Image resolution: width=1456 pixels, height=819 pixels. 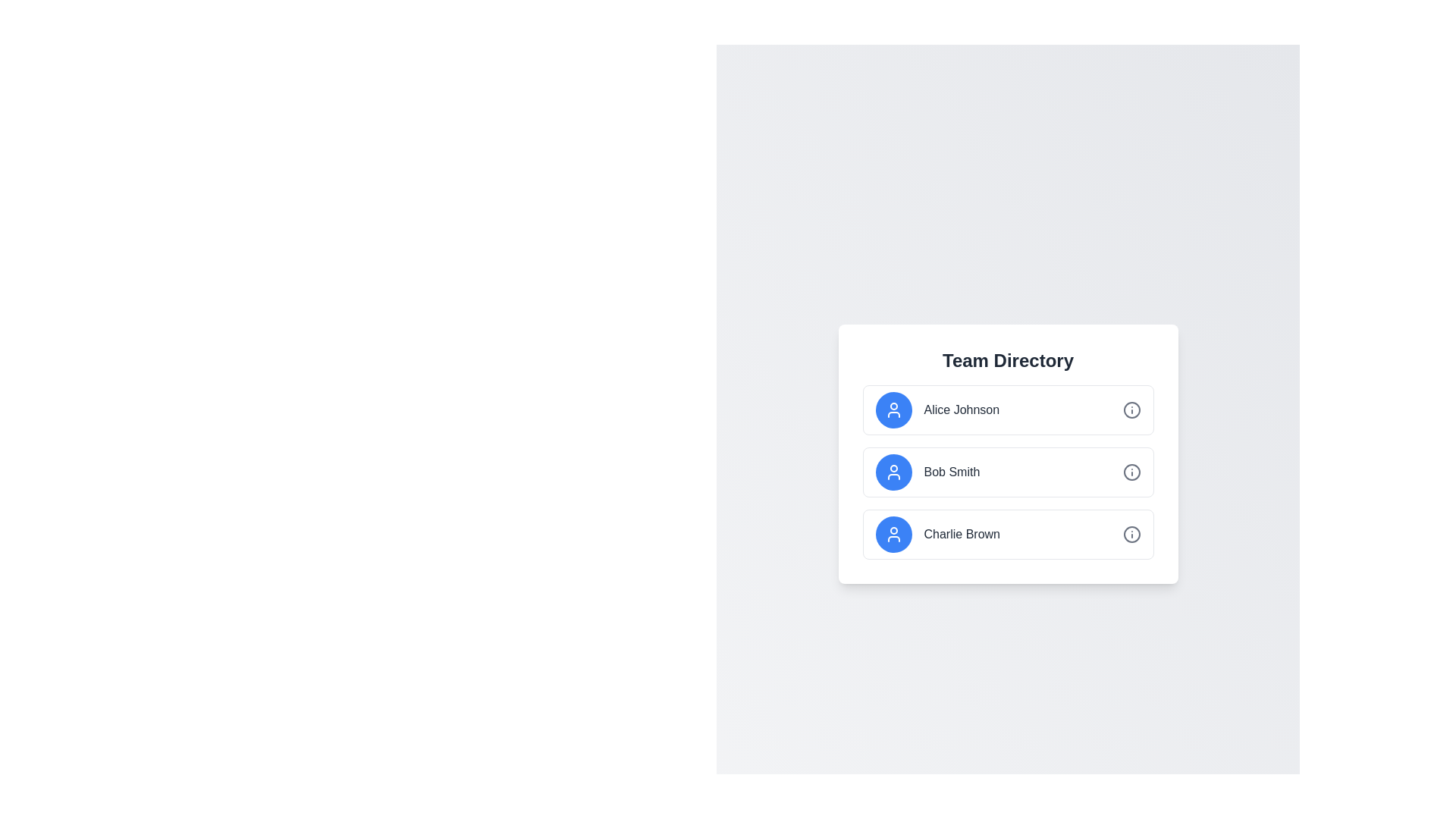 What do you see at coordinates (1008, 409) in the screenshot?
I see `the List Item representing 'Alice Johnson' in the 'Team Directory' section` at bounding box center [1008, 409].